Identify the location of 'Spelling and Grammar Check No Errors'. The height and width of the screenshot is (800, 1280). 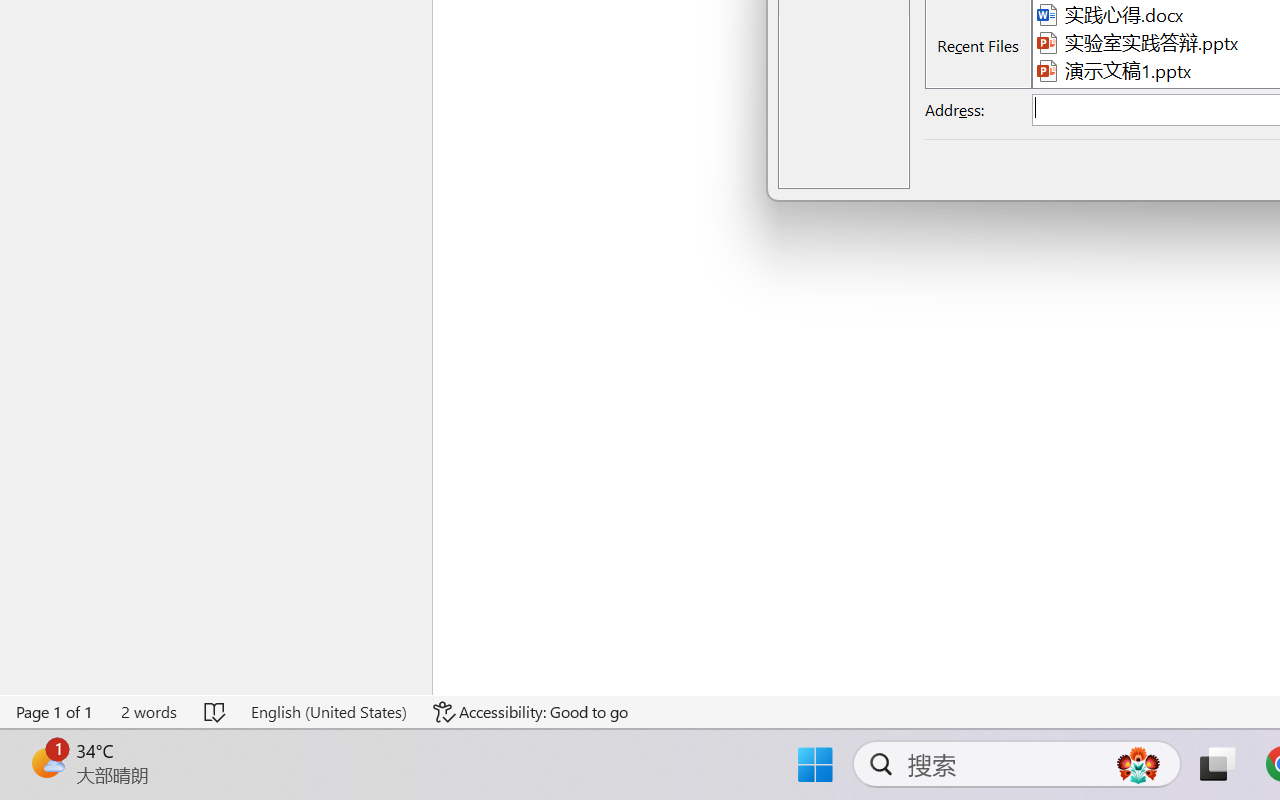
(216, 711).